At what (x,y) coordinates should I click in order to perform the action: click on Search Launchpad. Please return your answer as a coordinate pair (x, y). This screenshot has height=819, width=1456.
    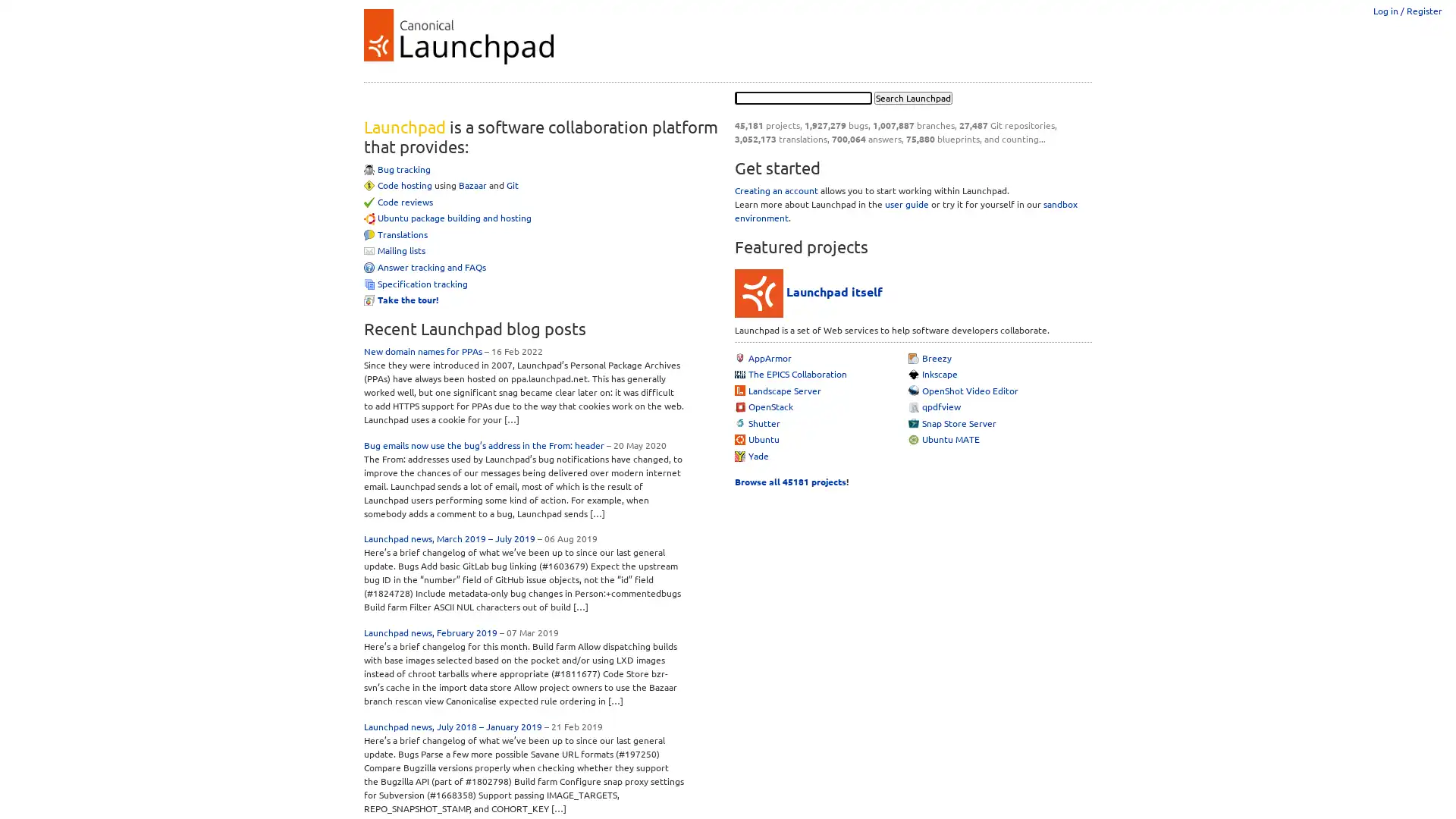
    Looking at the image, I should click on (912, 97).